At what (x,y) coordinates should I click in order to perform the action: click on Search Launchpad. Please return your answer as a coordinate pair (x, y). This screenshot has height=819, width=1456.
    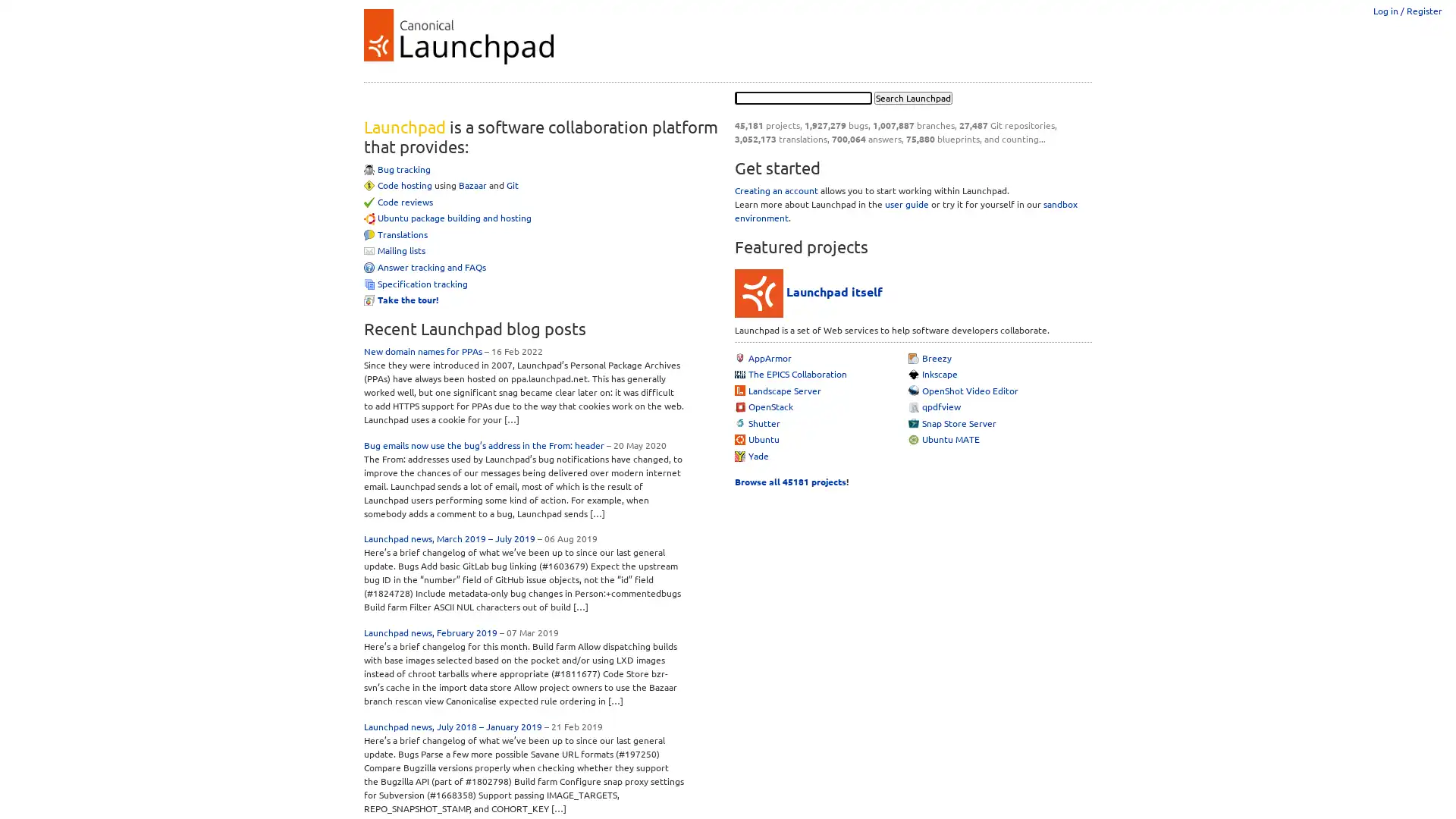
    Looking at the image, I should click on (912, 97).